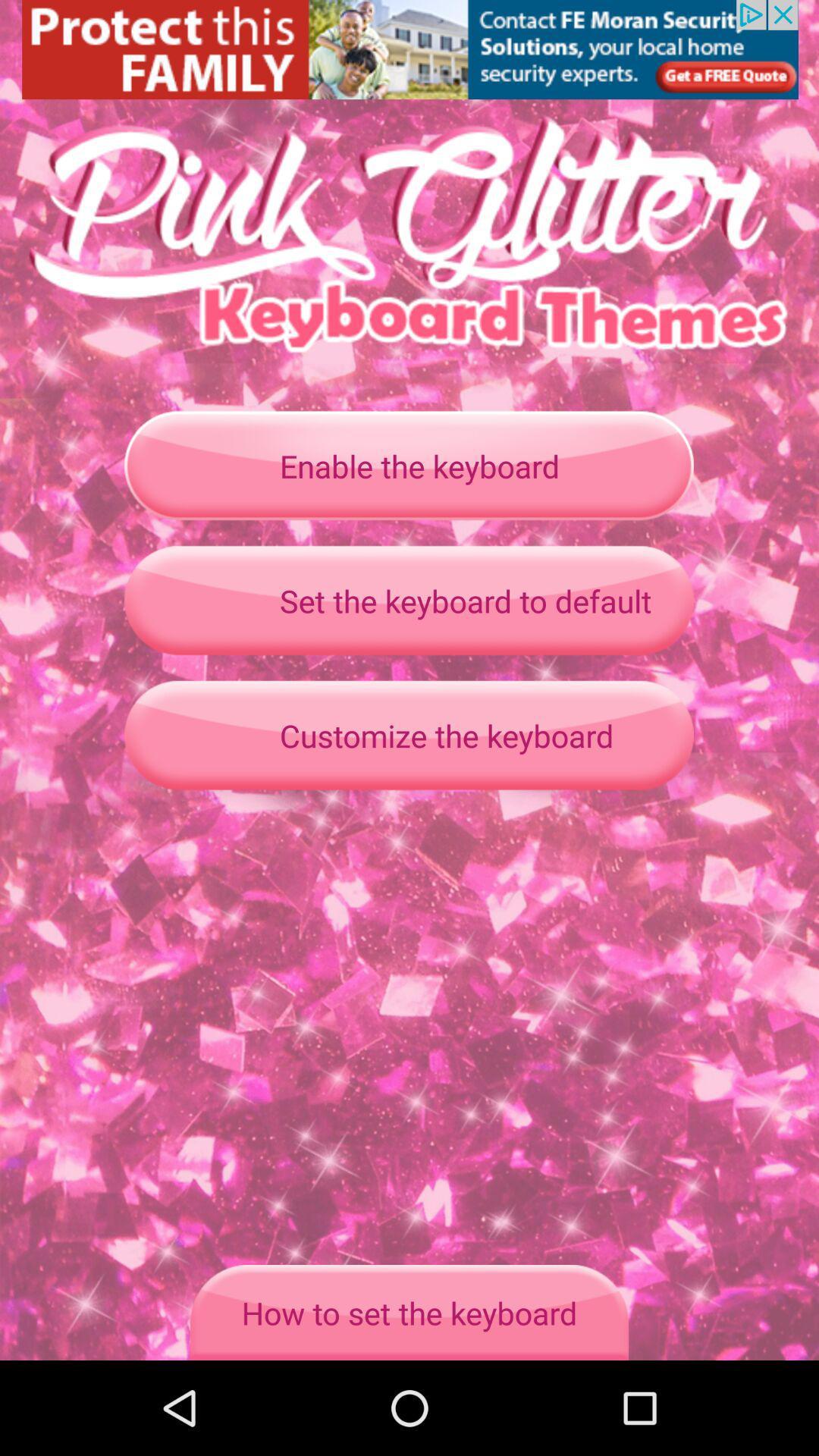 The height and width of the screenshot is (1456, 819). Describe the element at coordinates (409, 49) in the screenshot. I see `view advertisements options` at that location.